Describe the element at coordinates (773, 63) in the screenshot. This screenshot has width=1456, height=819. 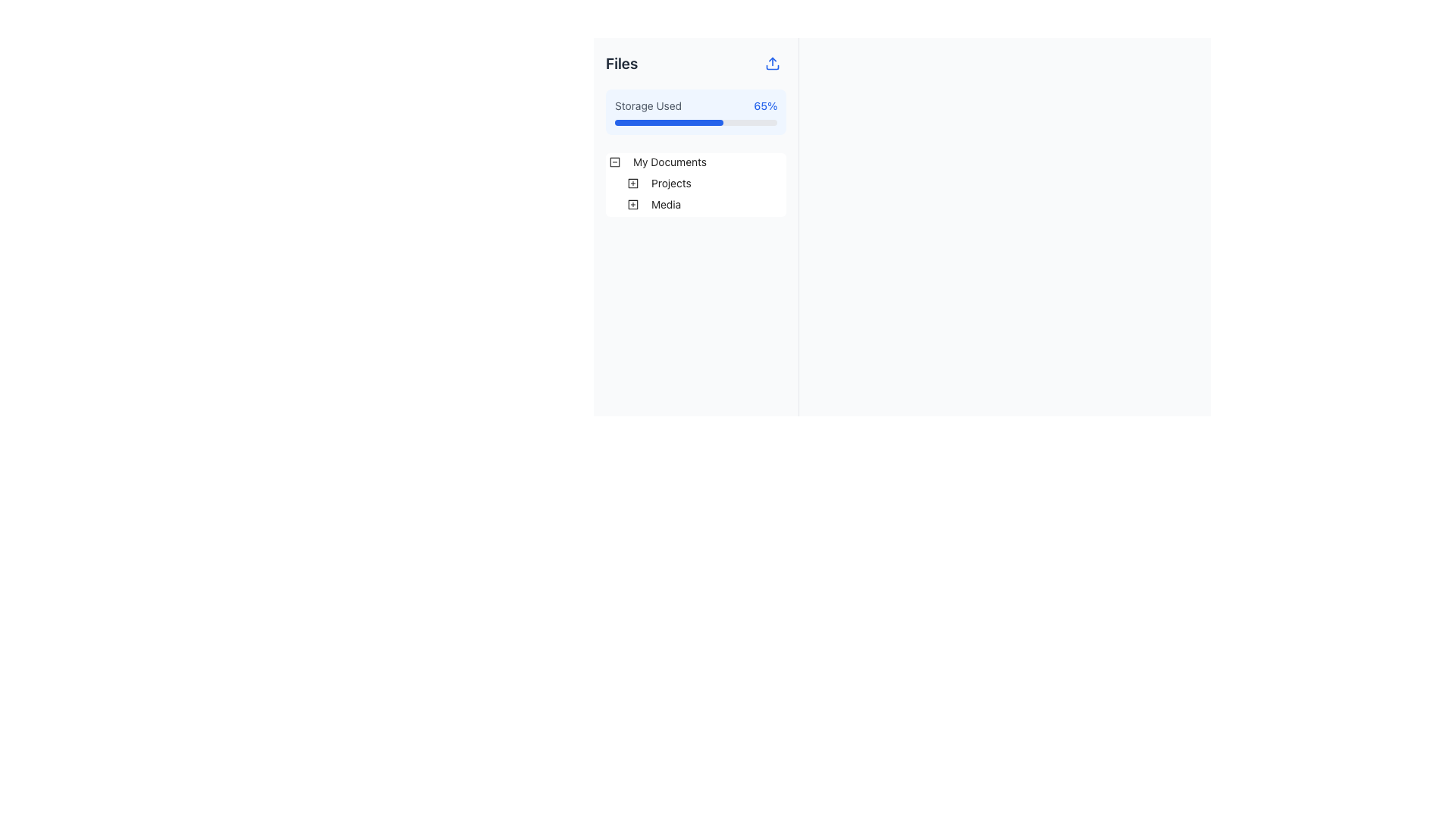
I see `the upload button located to the right of the 'Files' title` at that location.